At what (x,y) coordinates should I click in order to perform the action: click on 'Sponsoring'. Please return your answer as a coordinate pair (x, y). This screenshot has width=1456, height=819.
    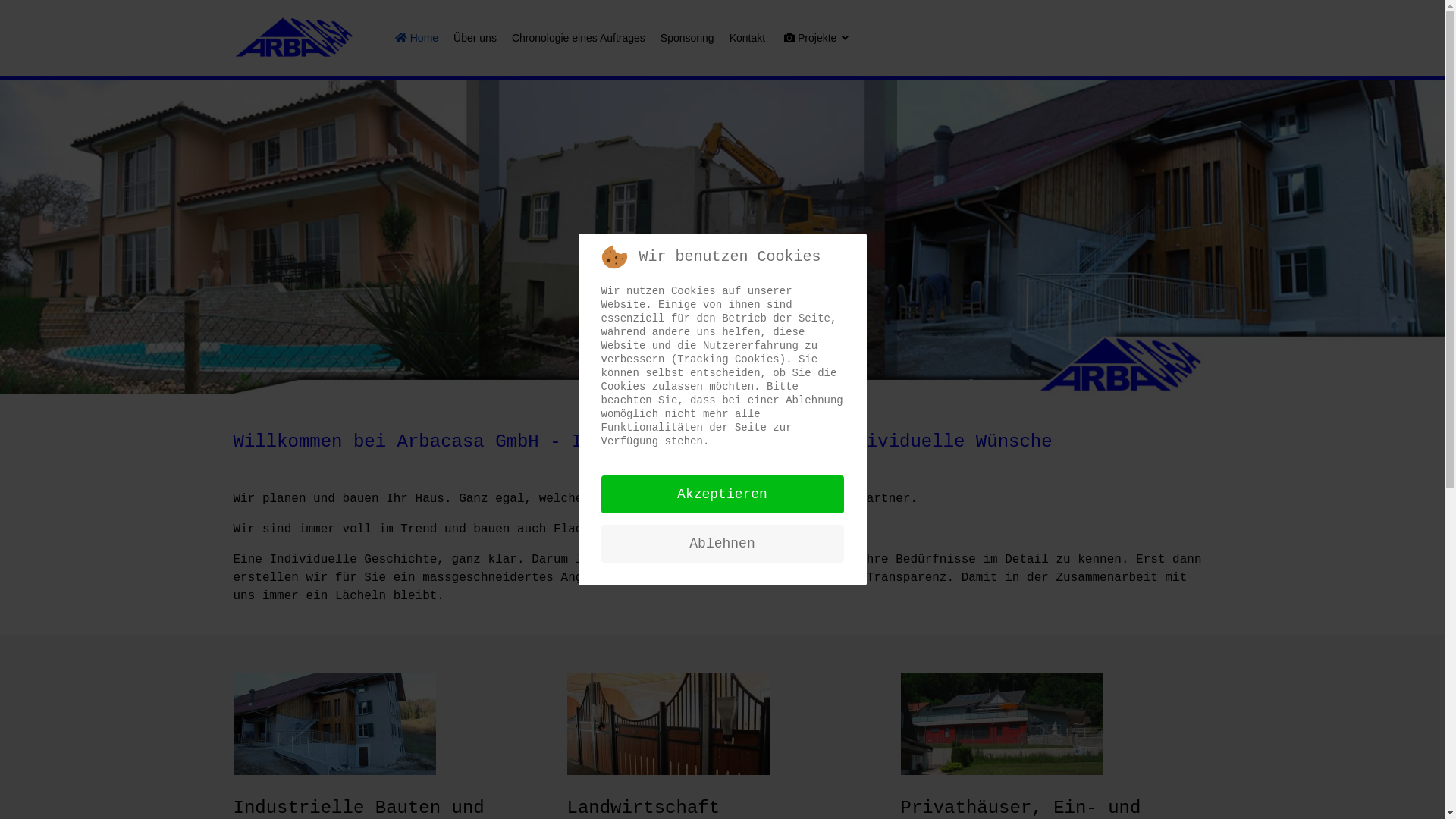
    Looking at the image, I should click on (652, 37).